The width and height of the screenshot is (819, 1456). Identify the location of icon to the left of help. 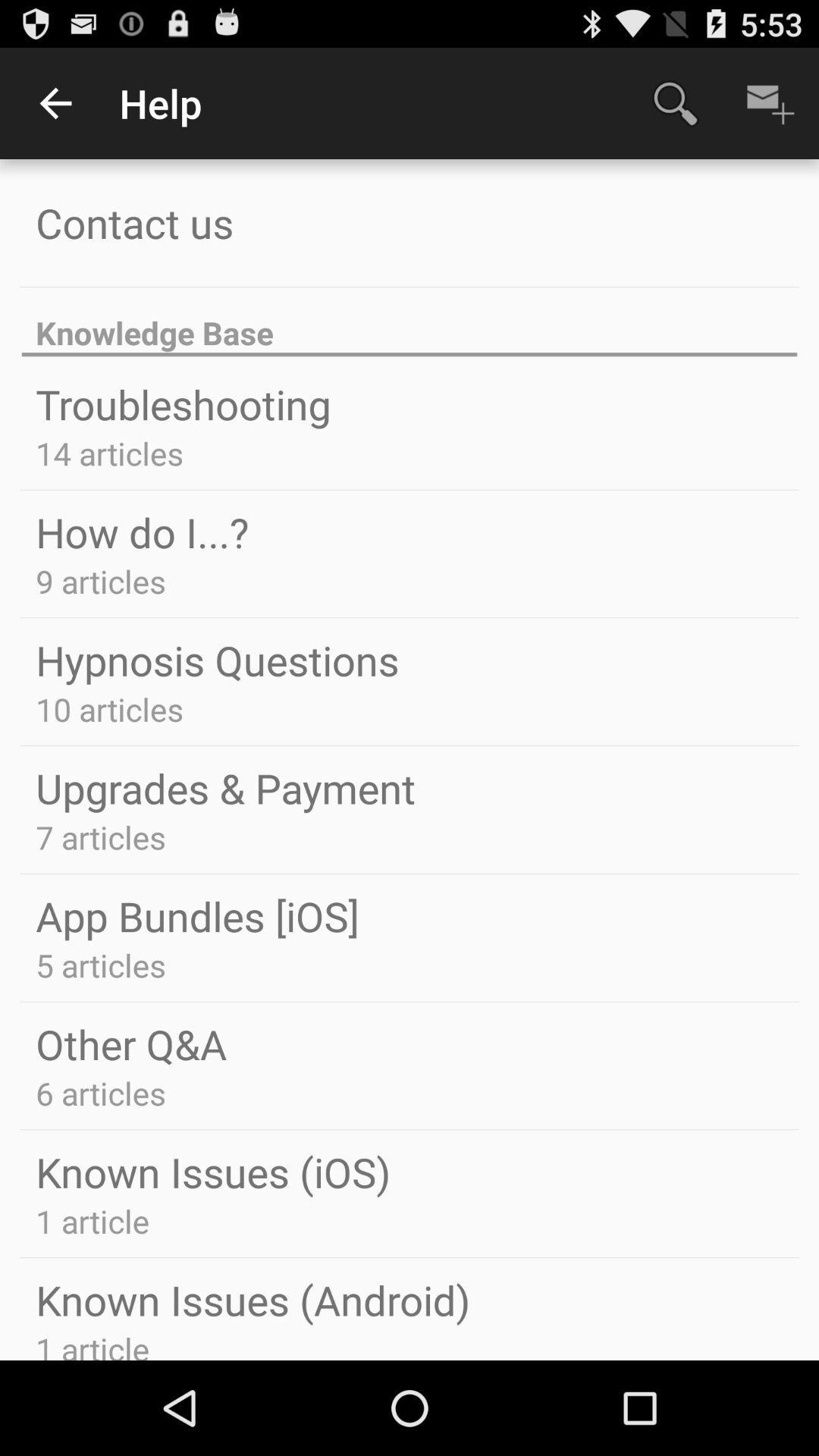
(55, 102).